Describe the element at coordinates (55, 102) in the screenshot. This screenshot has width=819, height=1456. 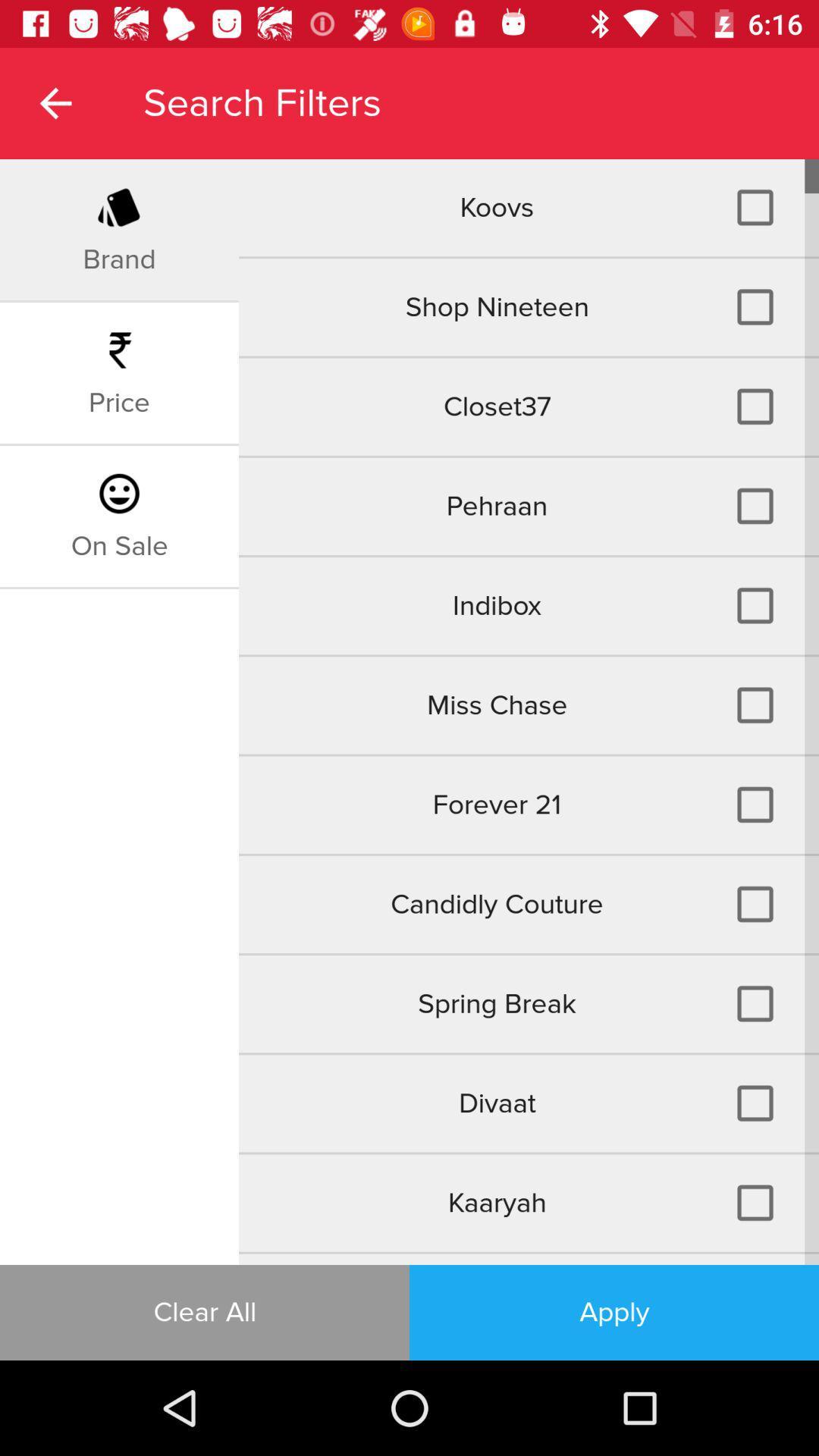
I see `the item to the left of search filters item` at that location.